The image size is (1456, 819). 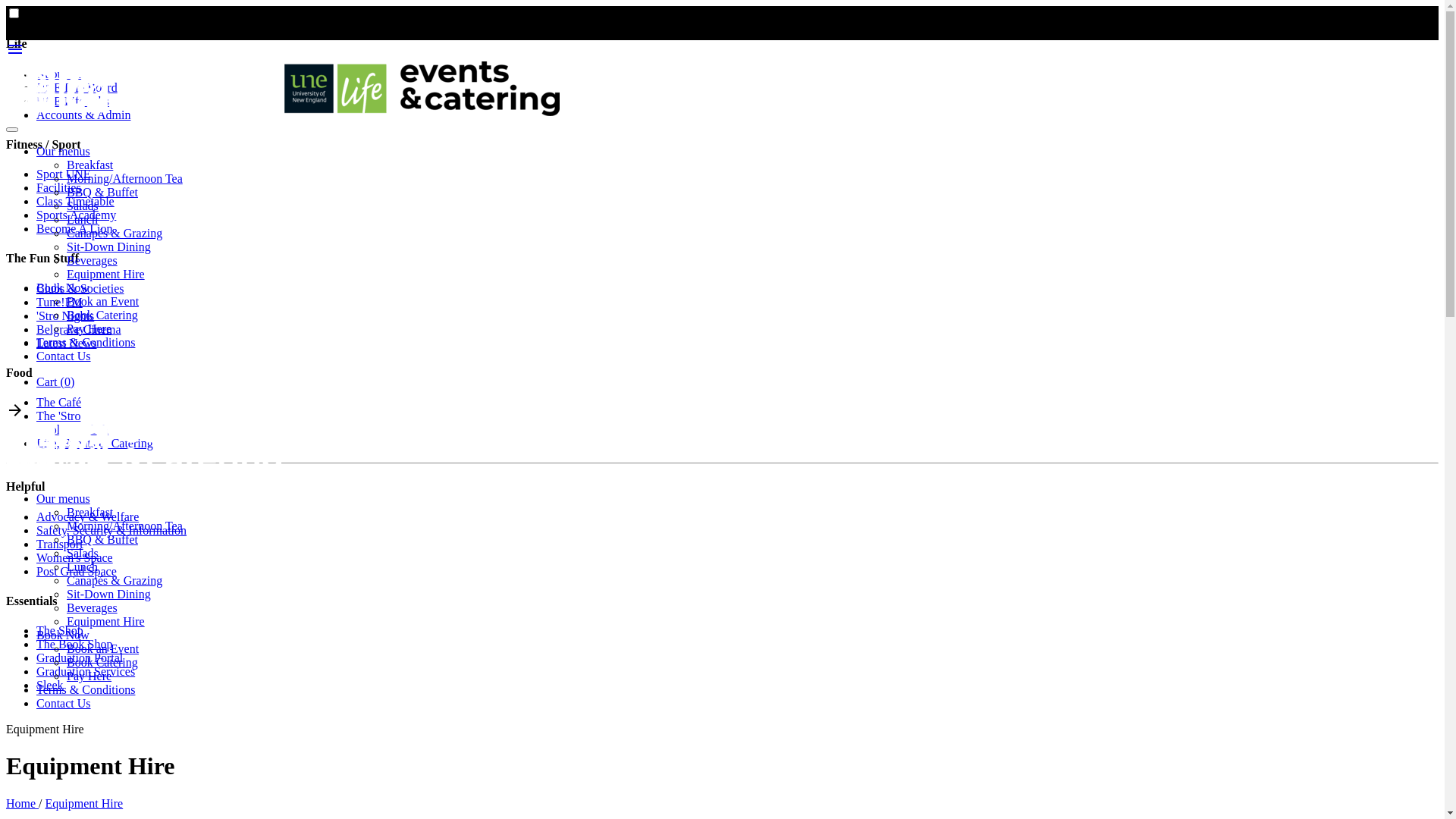 What do you see at coordinates (75, 215) in the screenshot?
I see `'Sports Academy'` at bounding box center [75, 215].